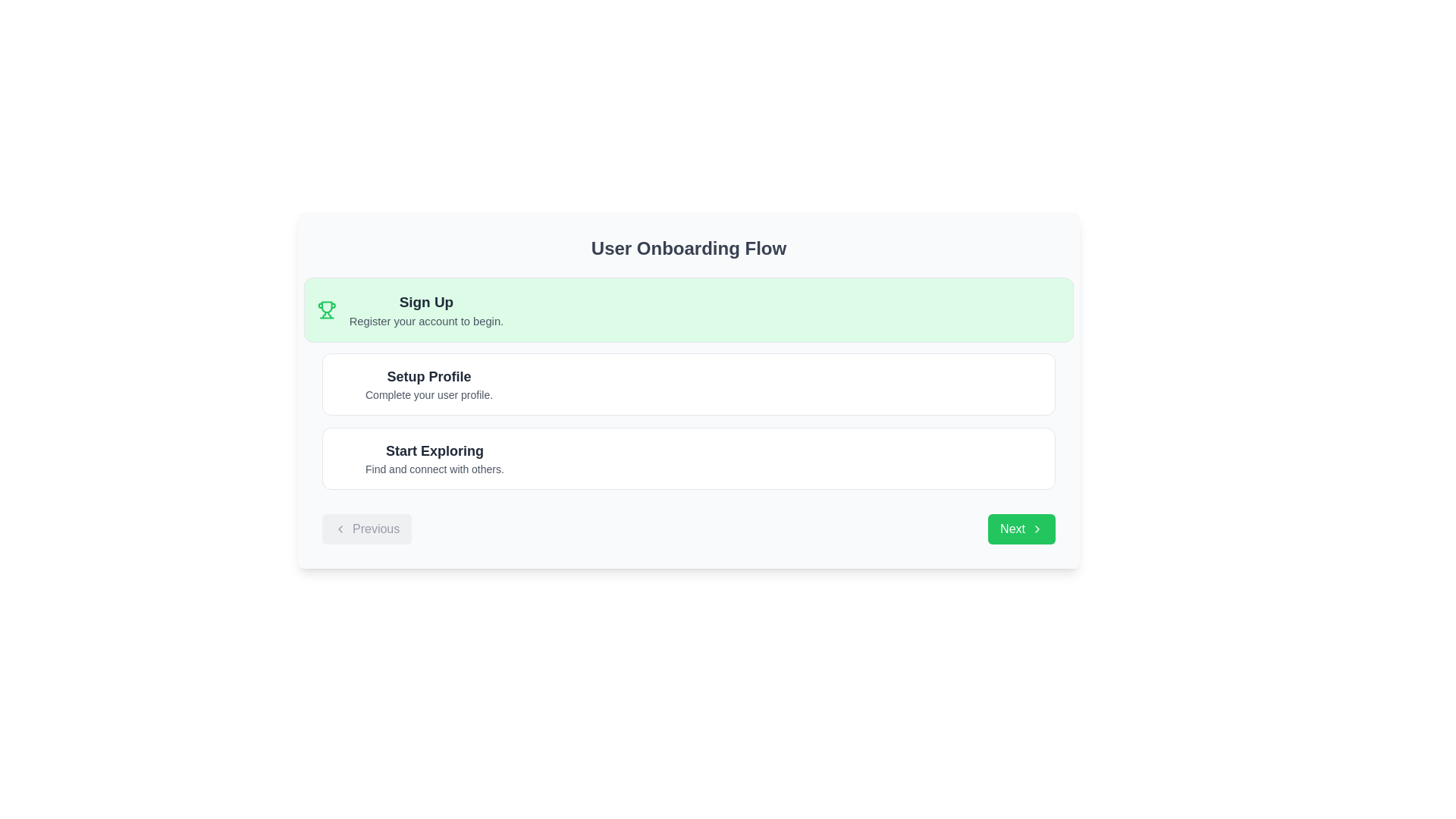 The width and height of the screenshot is (1456, 819). I want to click on the text label that provides additional information about the 'Start Exploring' feature, located directly beneath the 'Start Exploring' heading, so click(434, 468).